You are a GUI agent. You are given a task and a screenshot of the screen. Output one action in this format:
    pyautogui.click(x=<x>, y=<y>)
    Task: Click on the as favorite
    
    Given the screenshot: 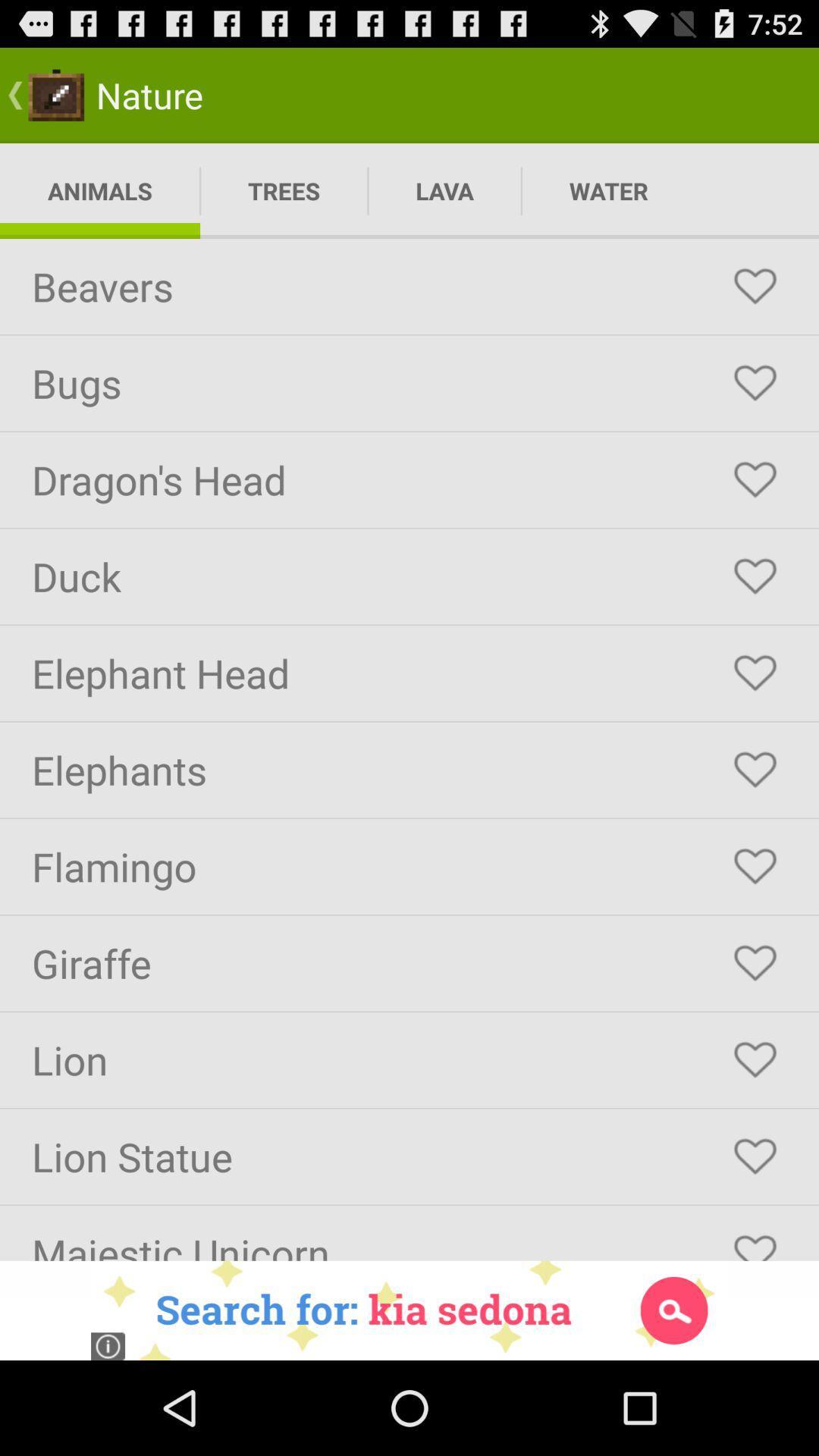 What is the action you would take?
    pyautogui.click(x=755, y=287)
    